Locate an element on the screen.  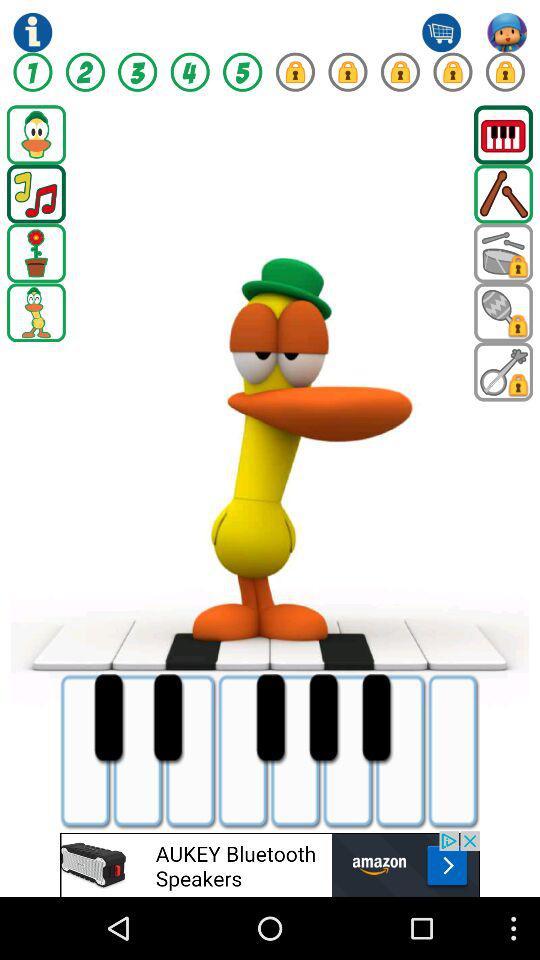
the avatar icon is located at coordinates (36, 143).